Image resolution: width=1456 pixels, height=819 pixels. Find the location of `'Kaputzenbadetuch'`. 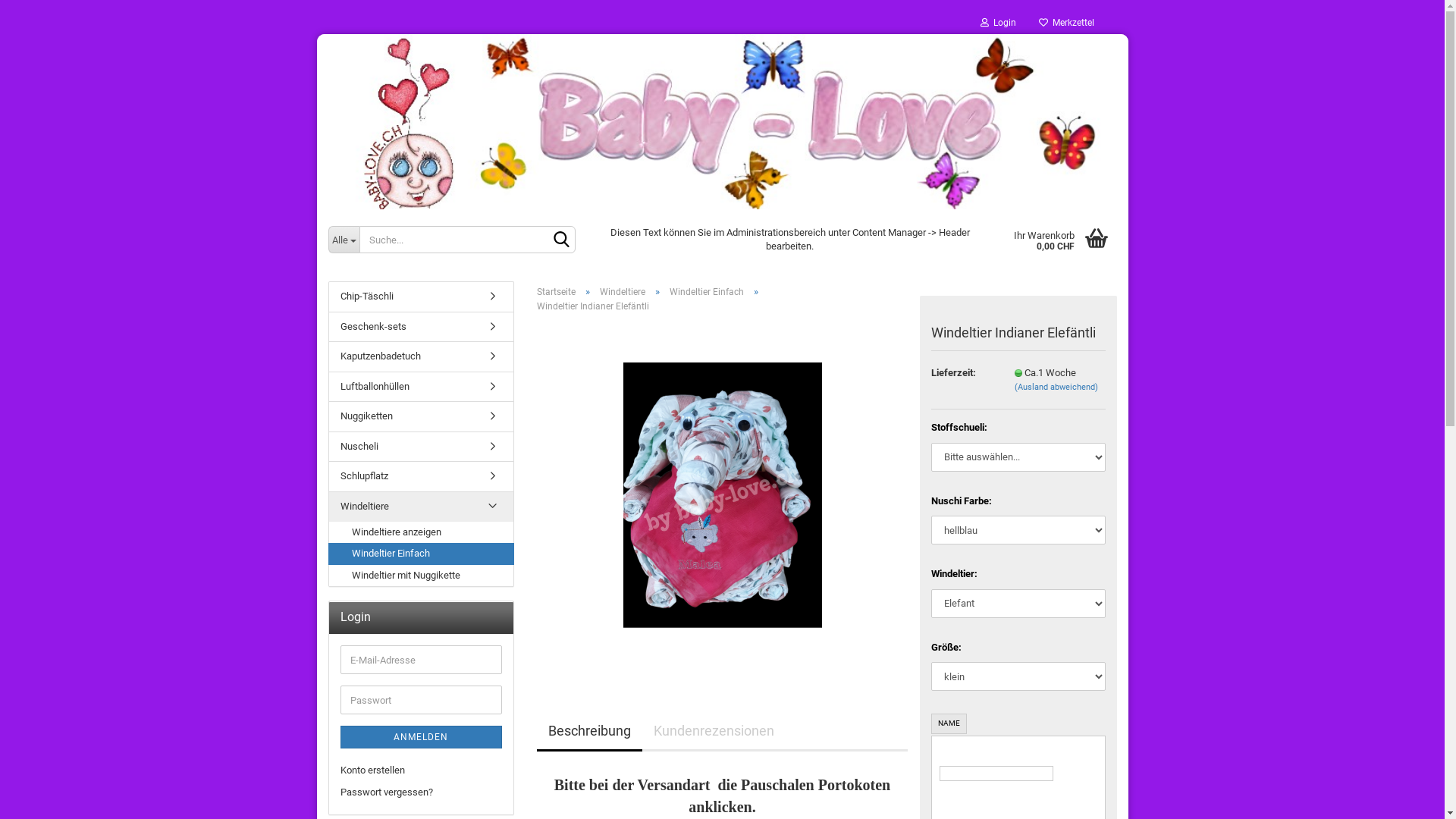

'Kaputzenbadetuch' is located at coordinates (421, 356).